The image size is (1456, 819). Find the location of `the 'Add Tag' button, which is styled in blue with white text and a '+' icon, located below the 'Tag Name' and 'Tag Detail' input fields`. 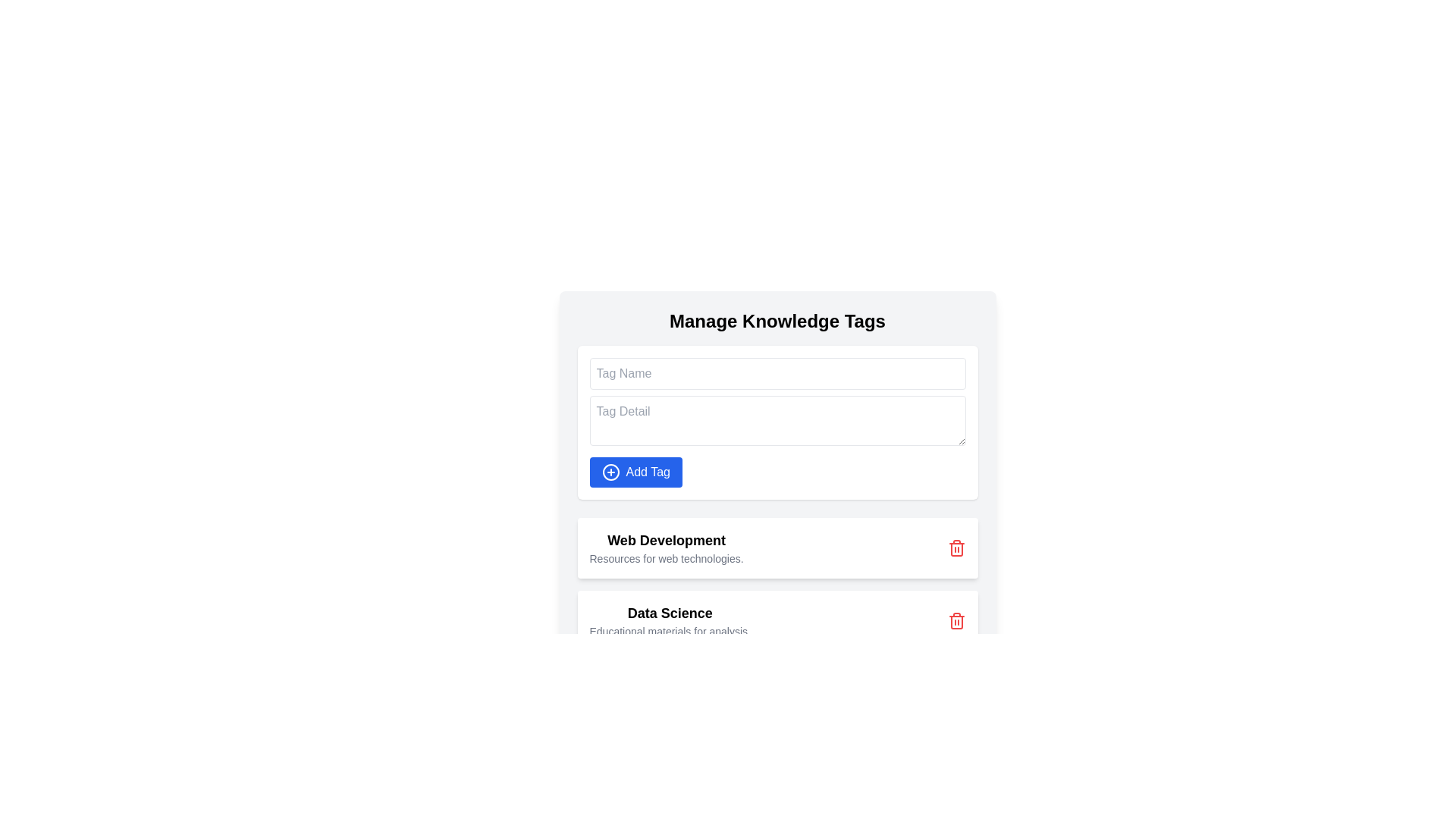

the 'Add Tag' button, which is styled in blue with white text and a '+' icon, located below the 'Tag Name' and 'Tag Detail' input fields is located at coordinates (635, 472).